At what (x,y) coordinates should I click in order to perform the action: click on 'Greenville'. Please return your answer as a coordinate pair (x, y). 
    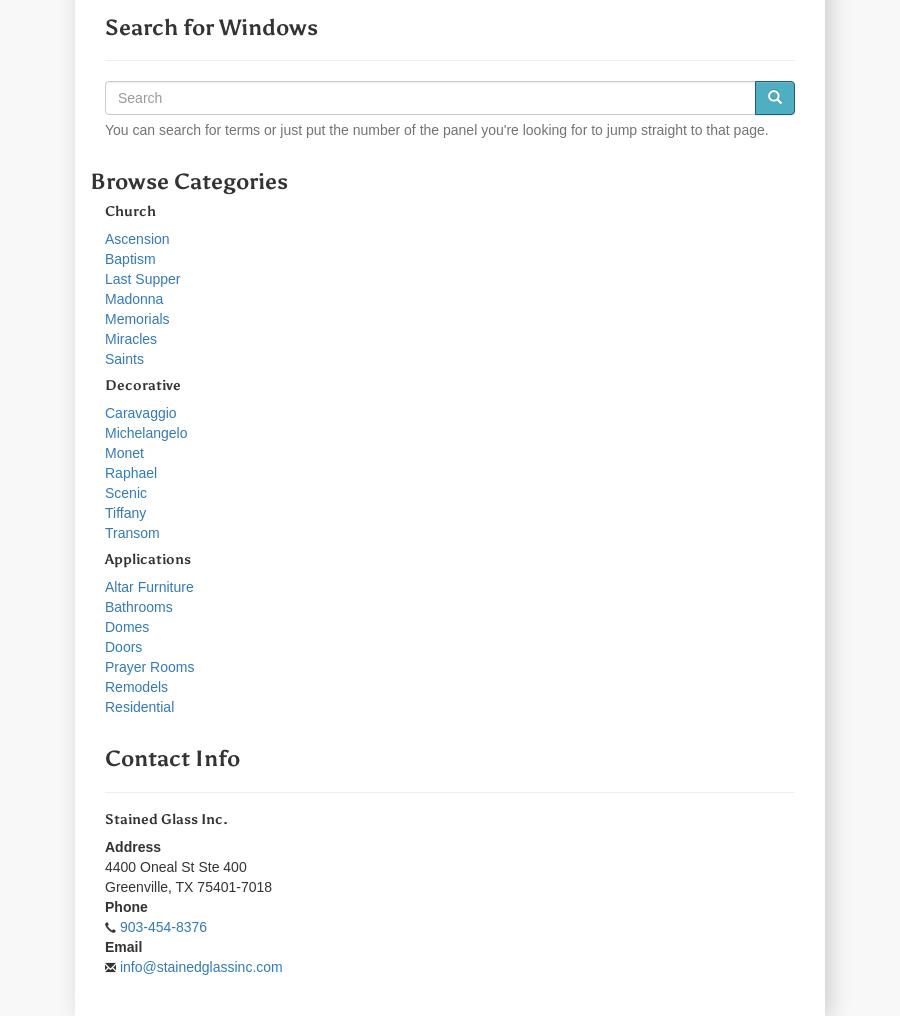
    Looking at the image, I should click on (136, 885).